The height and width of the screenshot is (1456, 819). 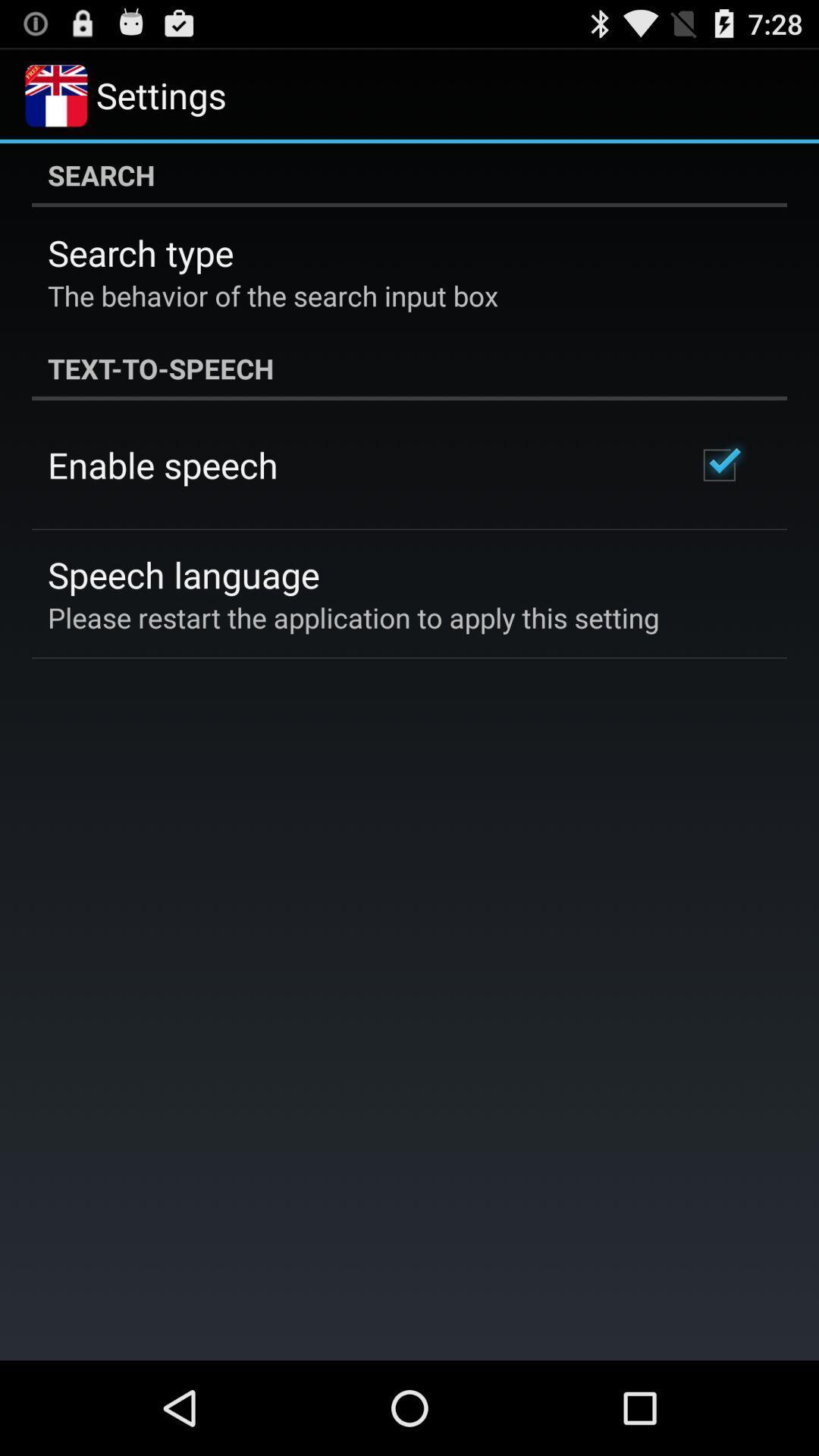 What do you see at coordinates (718, 464) in the screenshot?
I see `icon at the top right corner` at bounding box center [718, 464].